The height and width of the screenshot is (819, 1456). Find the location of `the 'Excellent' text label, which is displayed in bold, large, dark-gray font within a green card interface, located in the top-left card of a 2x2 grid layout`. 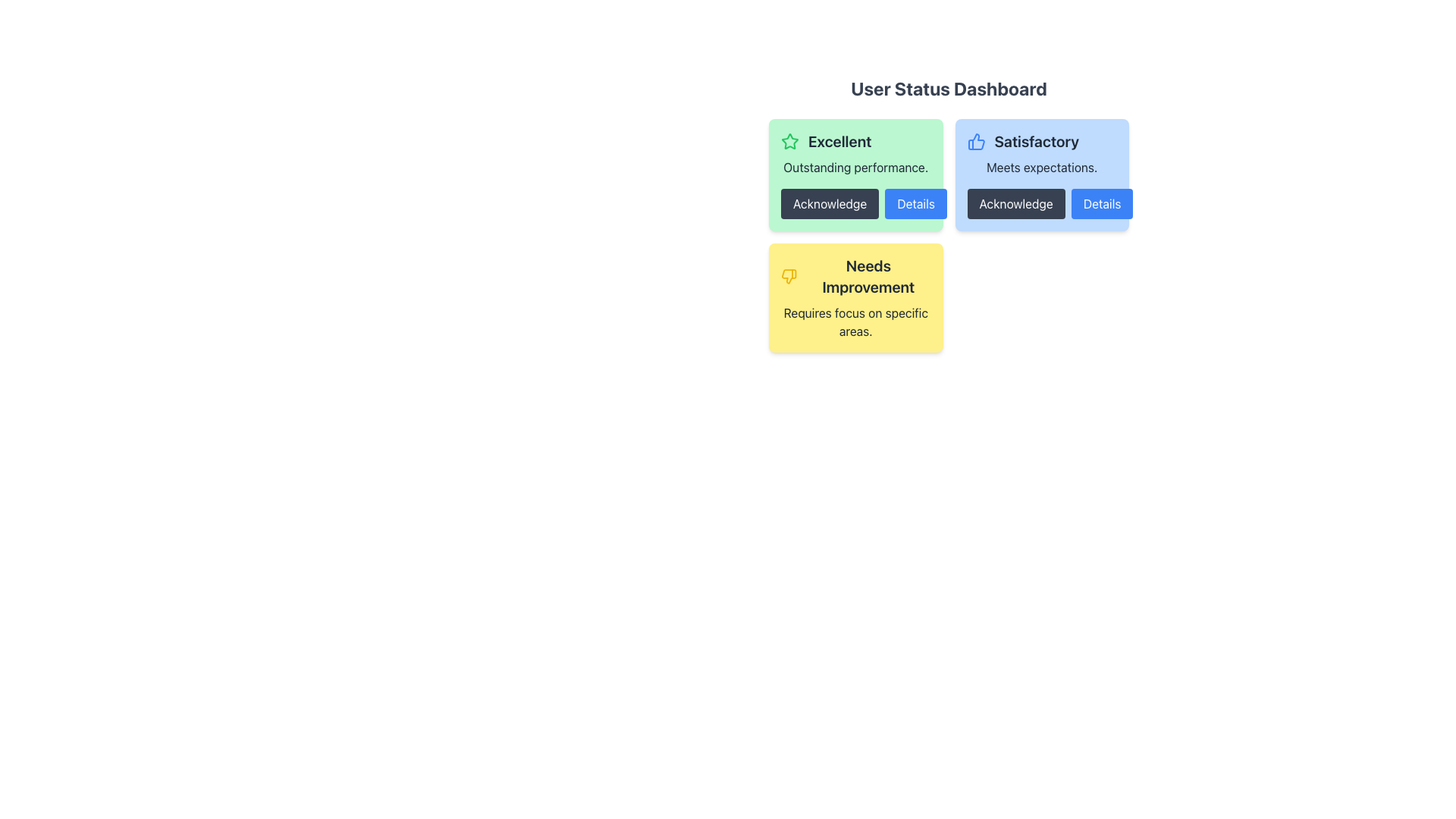

the 'Excellent' text label, which is displayed in bold, large, dark-gray font within a green card interface, located in the top-left card of a 2x2 grid layout is located at coordinates (839, 141).